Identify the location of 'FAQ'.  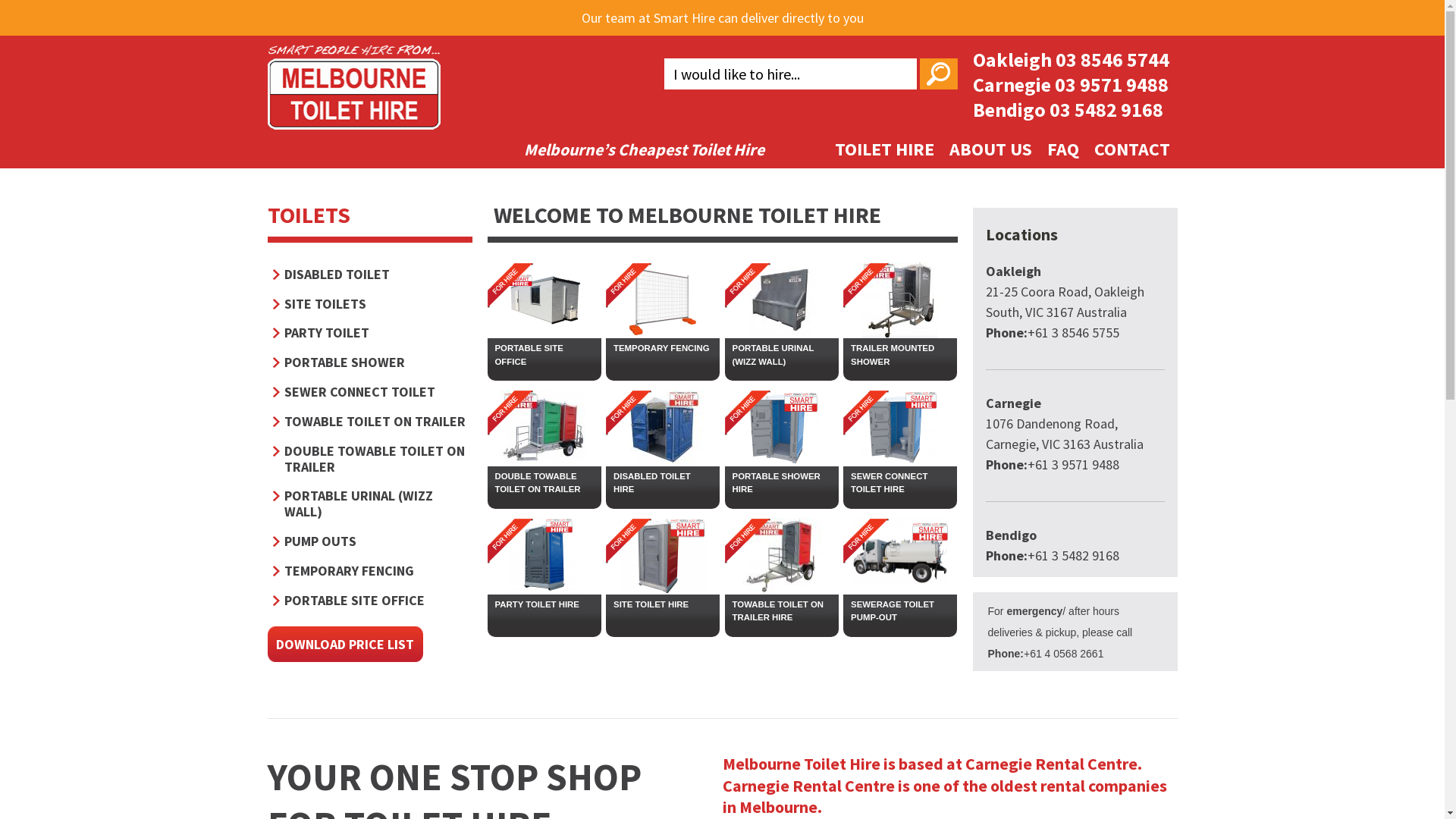
(1037, 149).